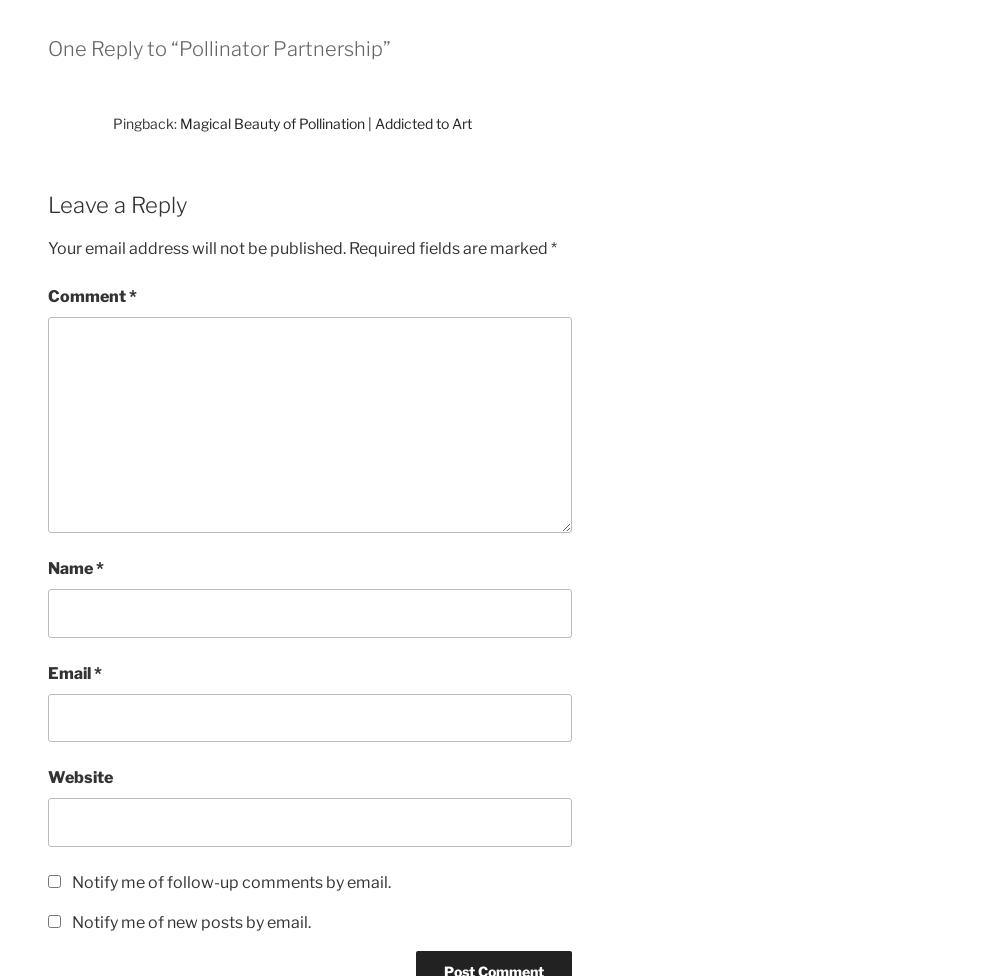 The image size is (1000, 976). I want to click on 'Required fields are marked', so click(449, 248).